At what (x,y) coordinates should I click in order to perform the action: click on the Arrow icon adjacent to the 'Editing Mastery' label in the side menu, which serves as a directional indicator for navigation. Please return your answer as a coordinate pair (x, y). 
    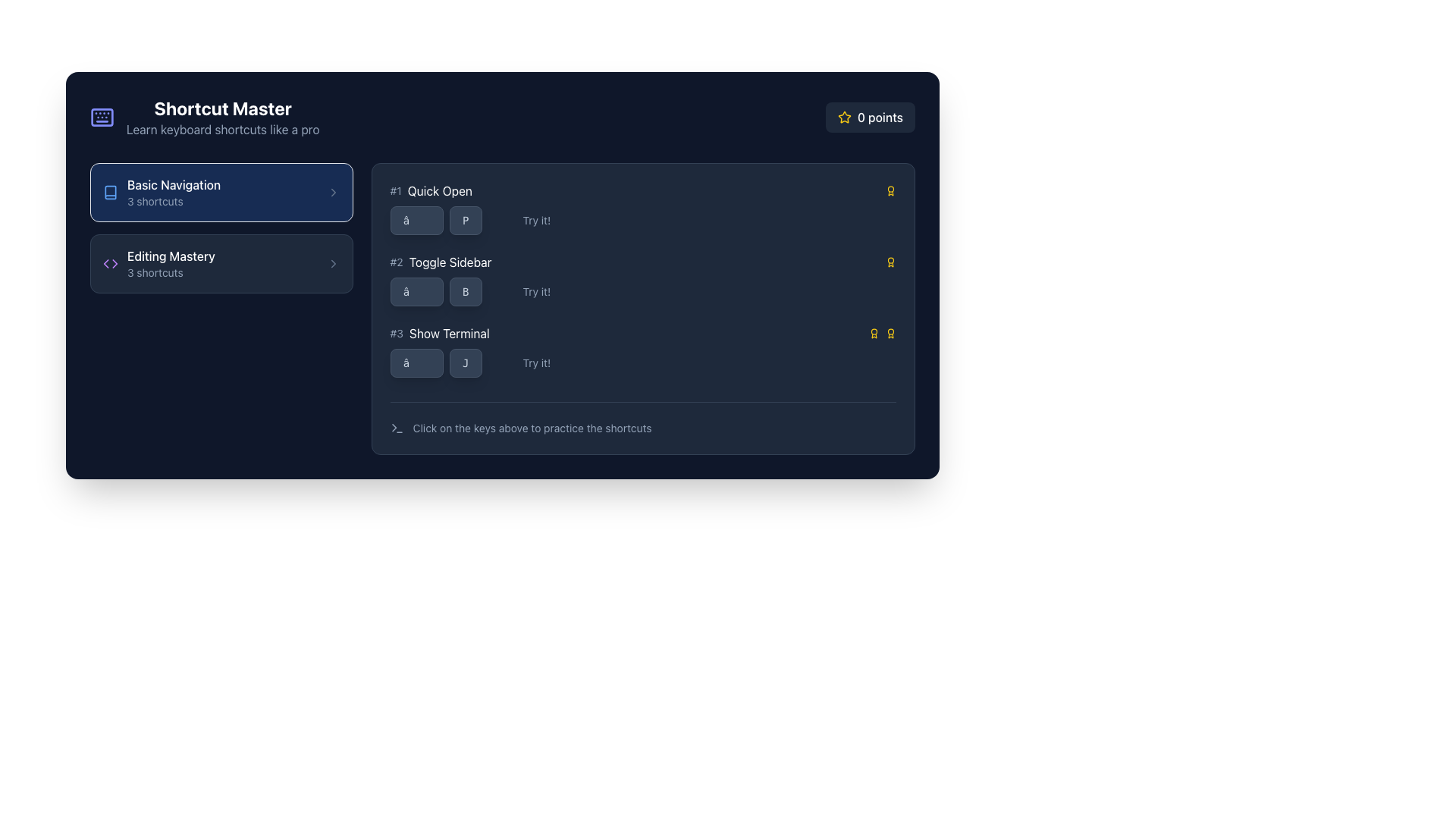
    Looking at the image, I should click on (114, 262).